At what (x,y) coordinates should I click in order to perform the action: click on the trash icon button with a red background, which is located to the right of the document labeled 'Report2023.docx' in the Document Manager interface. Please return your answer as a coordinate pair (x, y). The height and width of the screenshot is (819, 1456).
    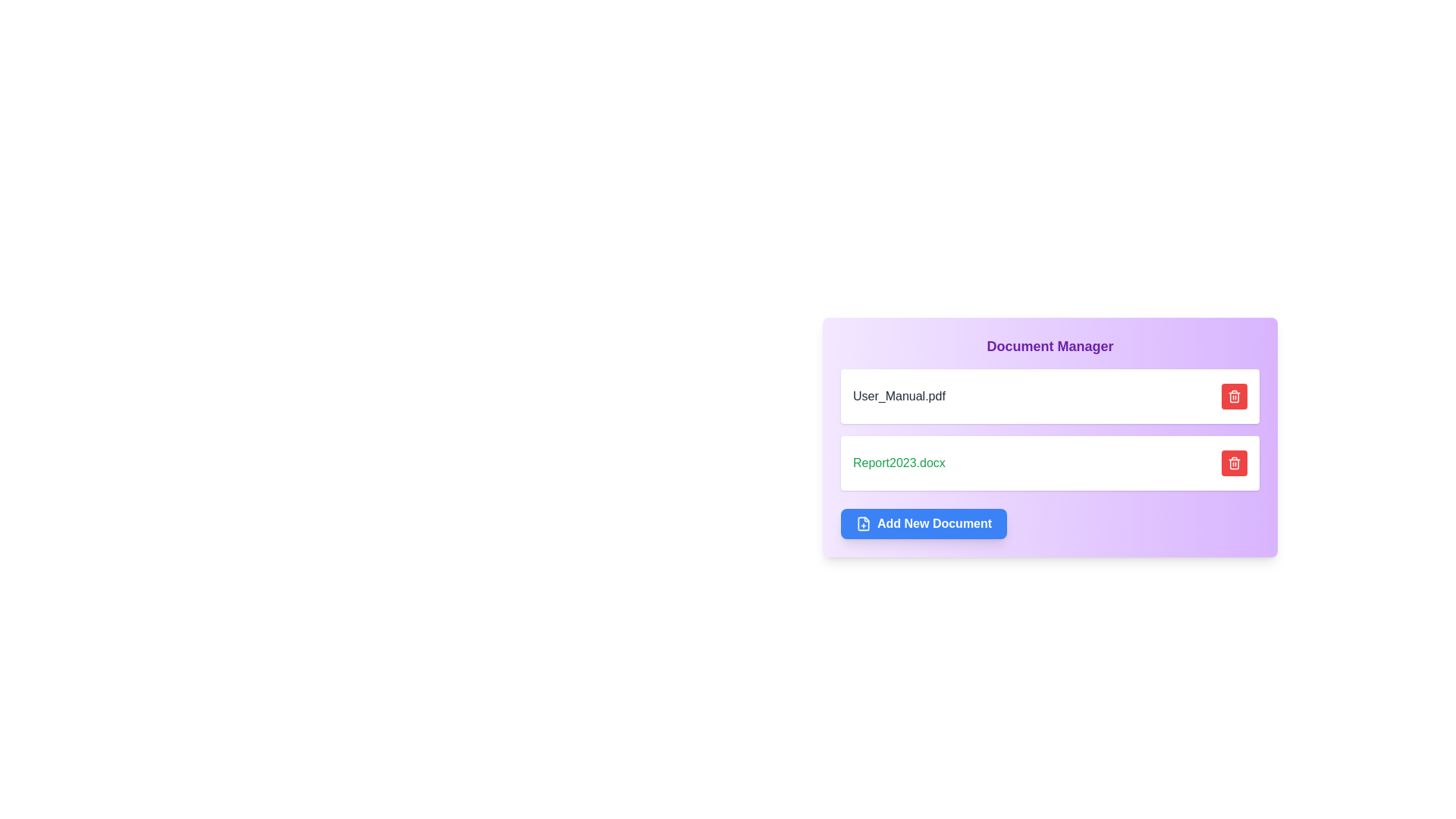
    Looking at the image, I should click on (1234, 462).